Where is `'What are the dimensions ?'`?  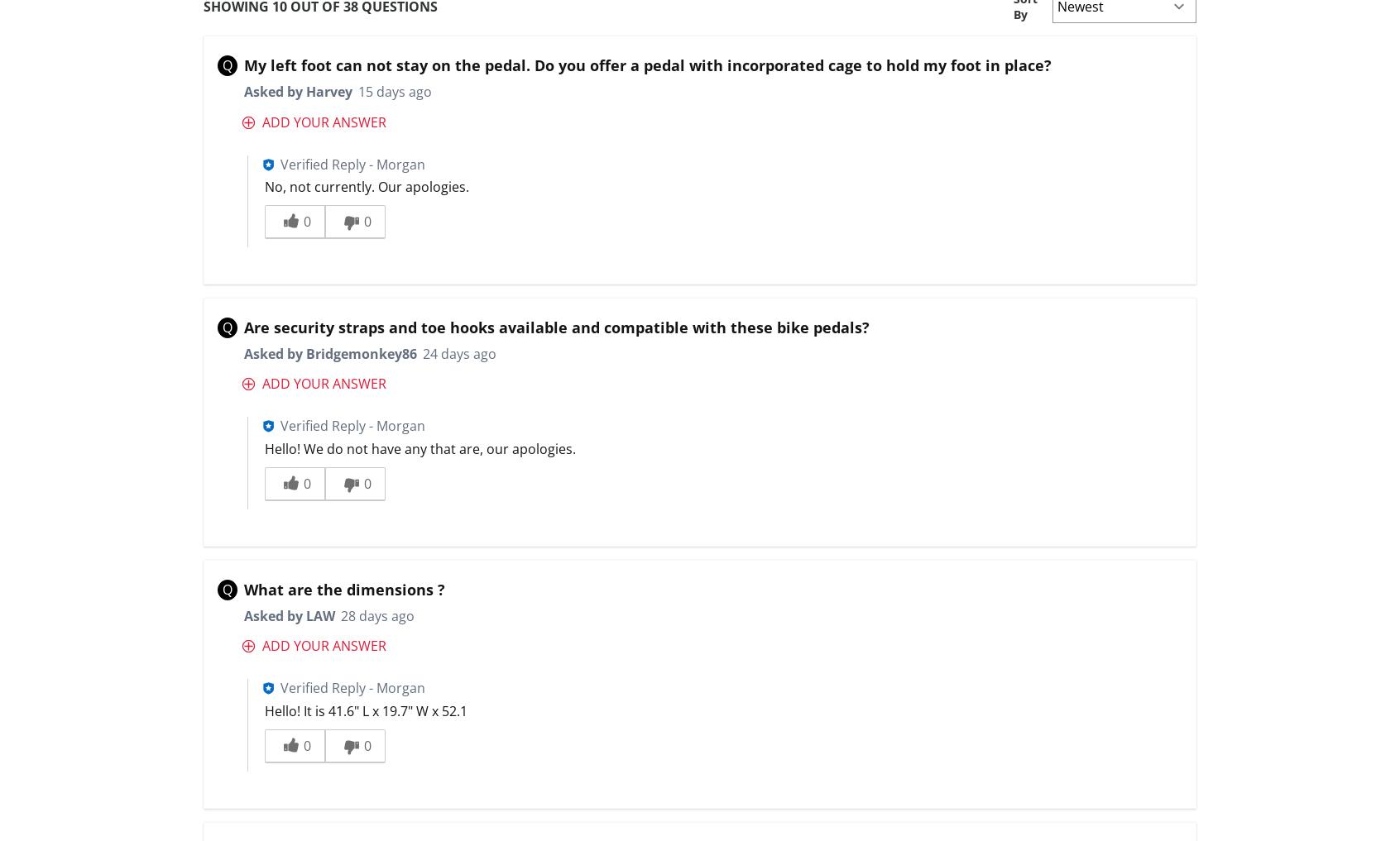
'What are the dimensions ?' is located at coordinates (344, 589).